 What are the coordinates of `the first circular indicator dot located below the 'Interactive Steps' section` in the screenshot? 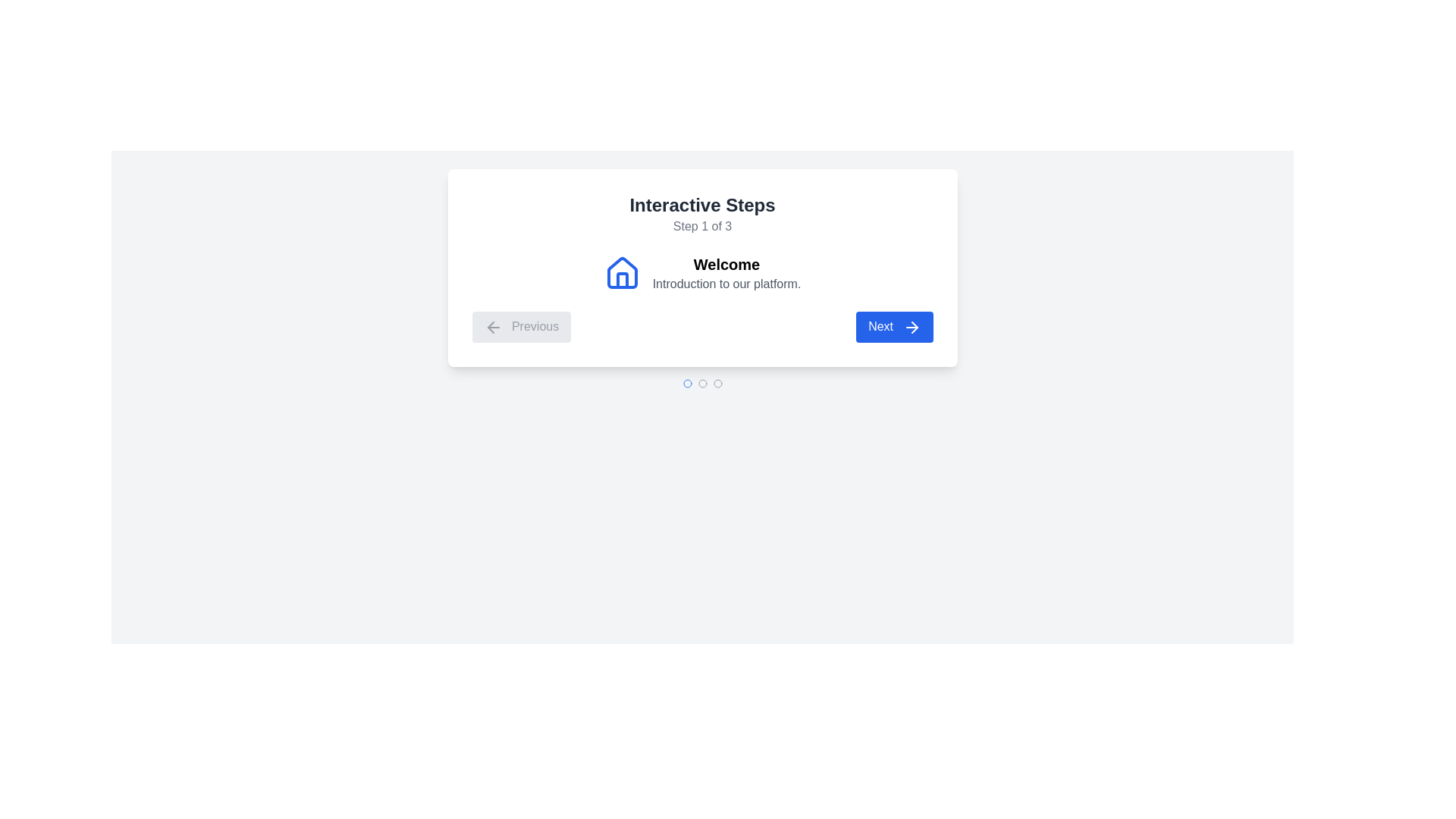 It's located at (686, 382).